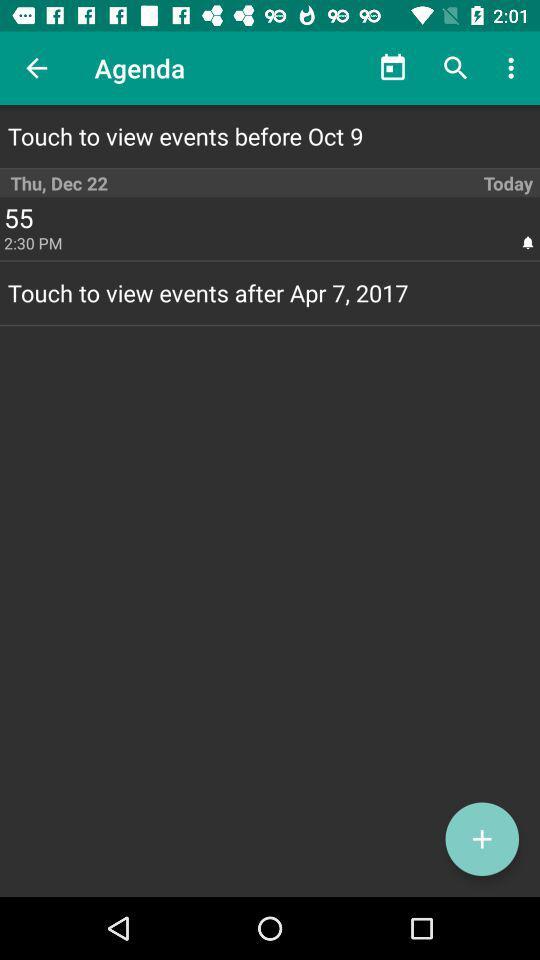 The height and width of the screenshot is (960, 540). I want to click on the add icon, so click(481, 839).